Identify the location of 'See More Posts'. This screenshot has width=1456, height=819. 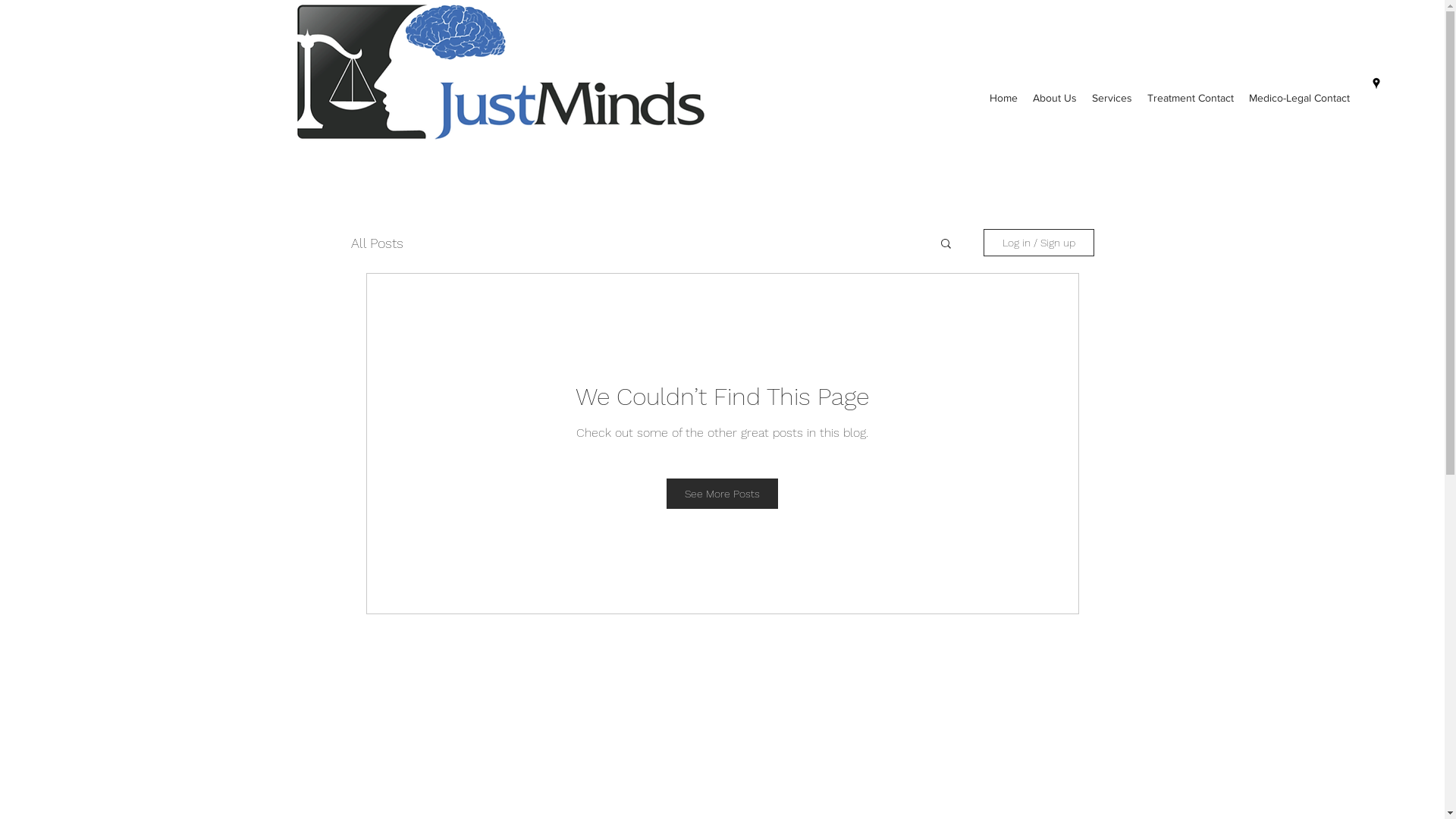
(721, 494).